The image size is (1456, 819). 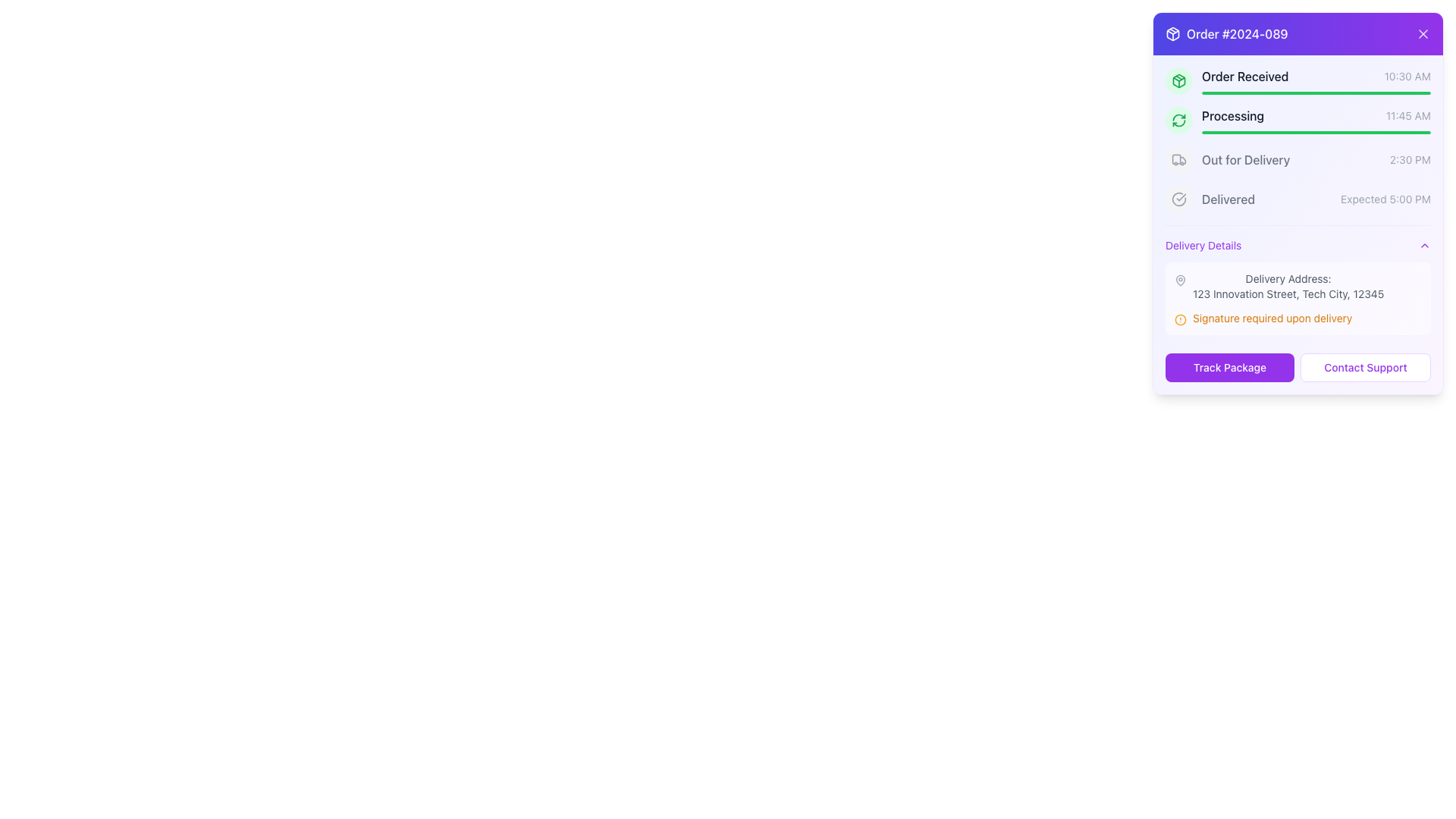 I want to click on the text label indicating the delivery address, positioned in the delivery details section on the right-hand side of the interface, so click(x=1288, y=278).